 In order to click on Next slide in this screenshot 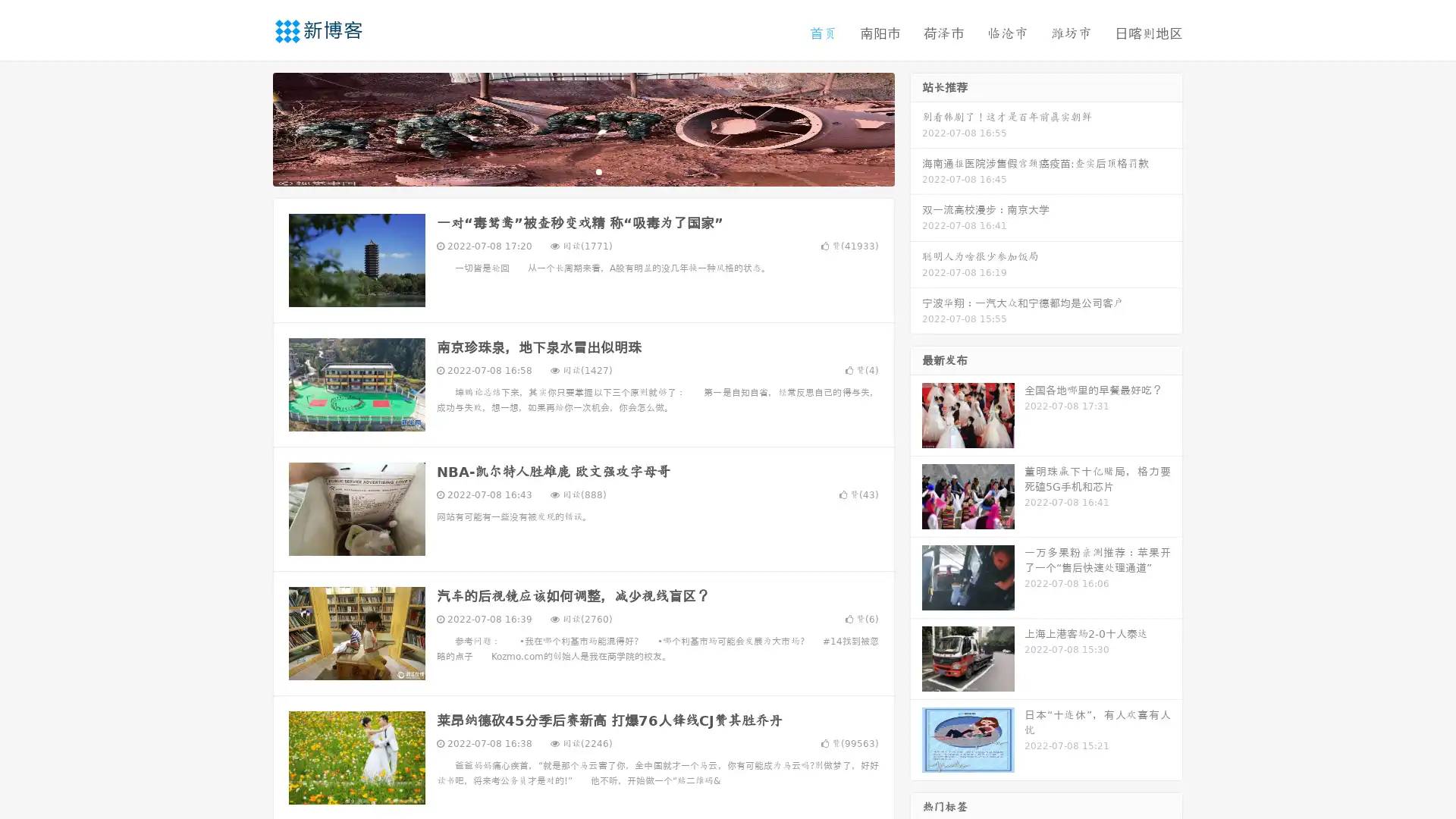, I will do `click(916, 127)`.